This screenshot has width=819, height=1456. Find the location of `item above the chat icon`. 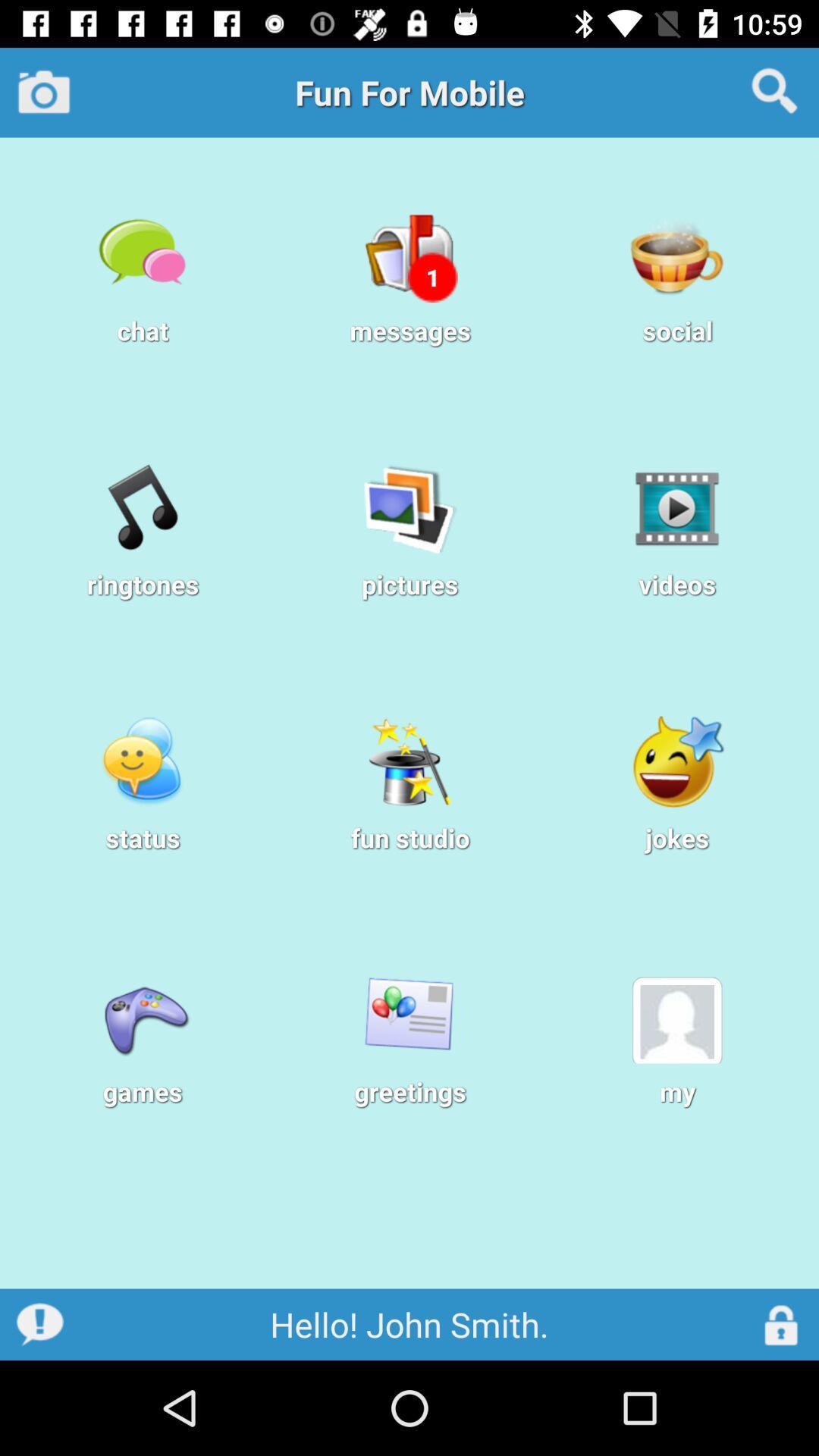

item above the chat icon is located at coordinates (43, 91).